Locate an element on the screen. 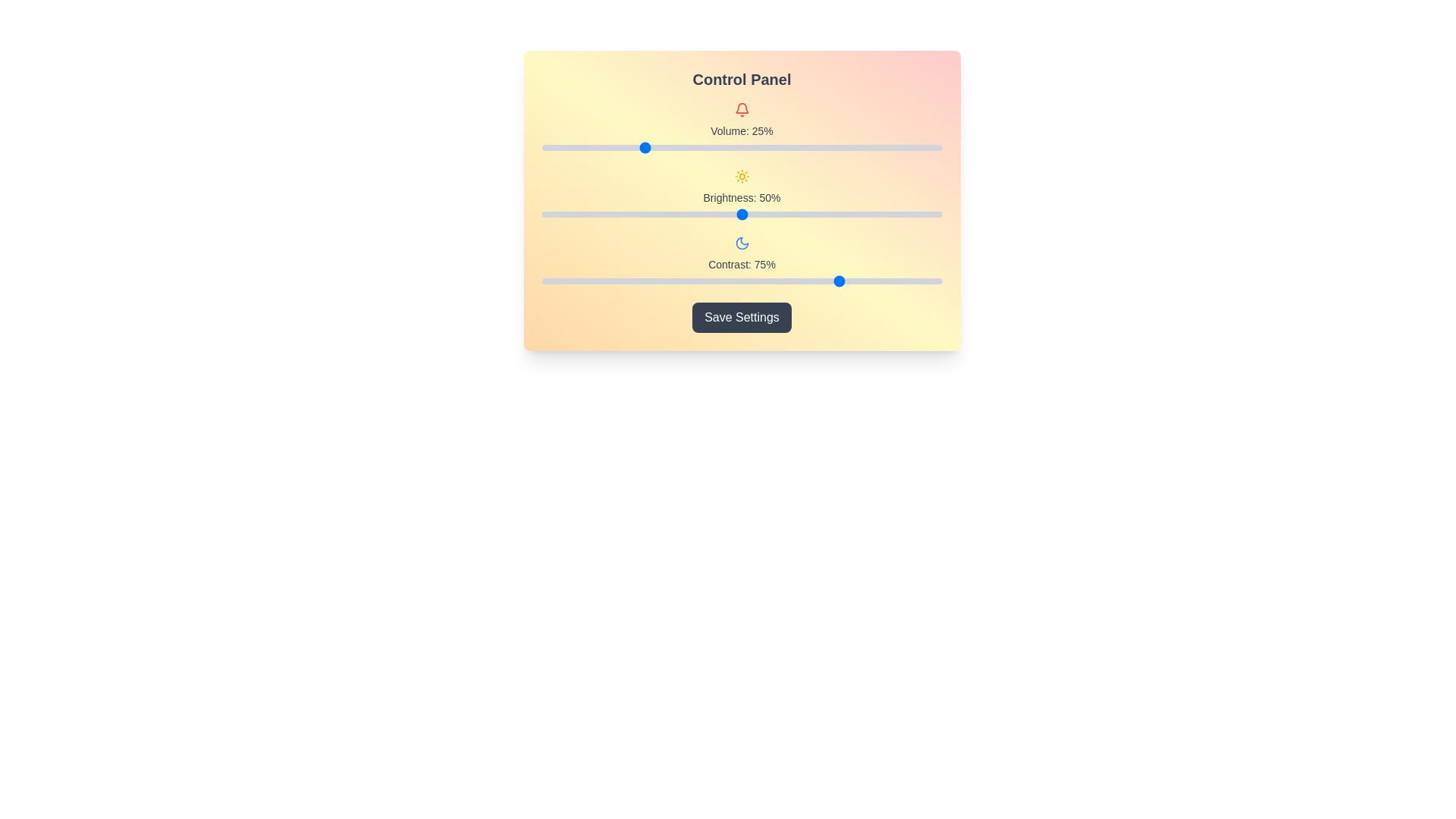  brightness is located at coordinates (829, 214).